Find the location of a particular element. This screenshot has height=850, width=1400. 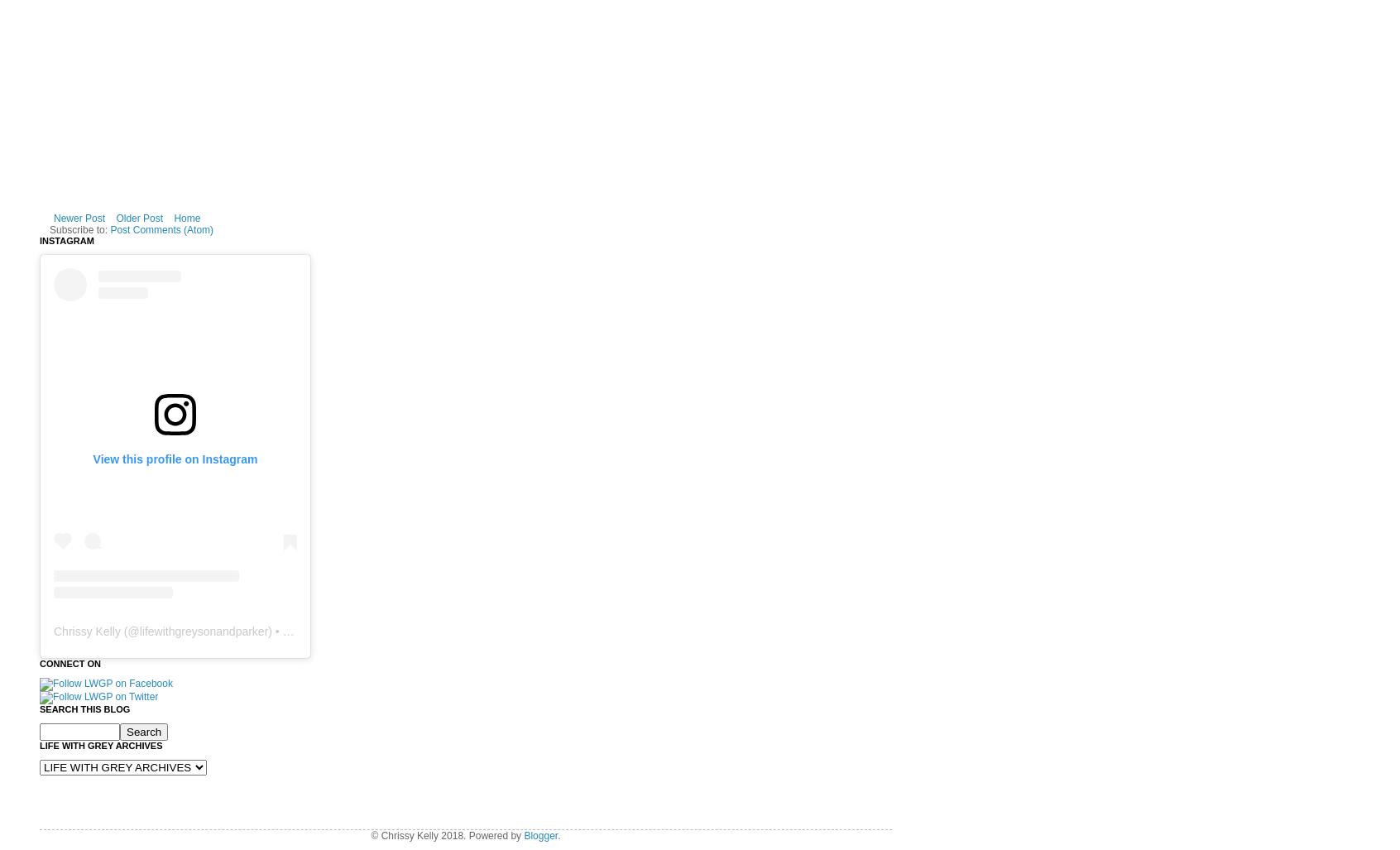

'Newer Post' is located at coordinates (79, 218).